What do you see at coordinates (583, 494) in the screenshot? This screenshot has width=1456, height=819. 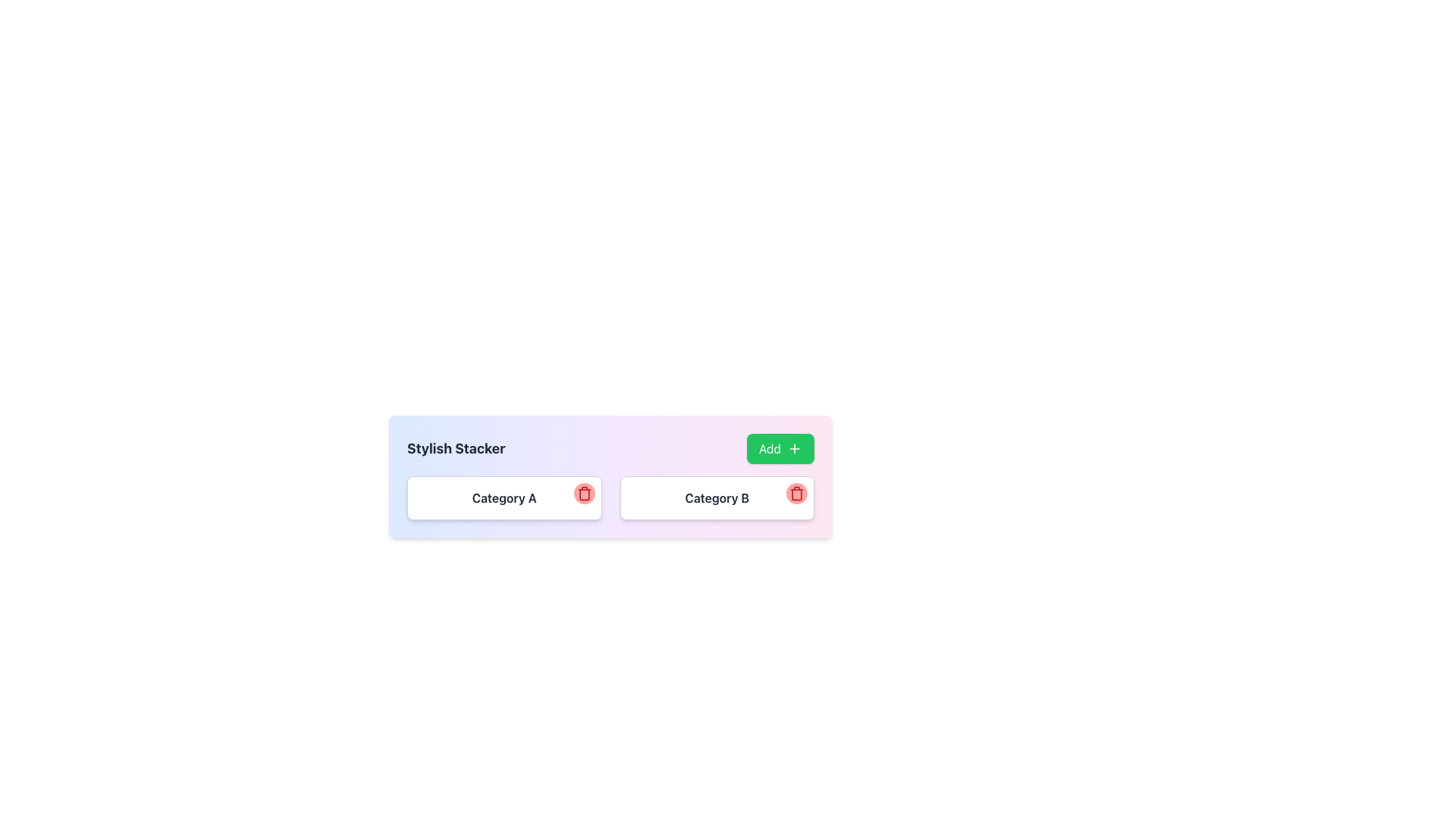 I see `the delete button located in the top-right corner of the card labeled 'Category A'` at bounding box center [583, 494].